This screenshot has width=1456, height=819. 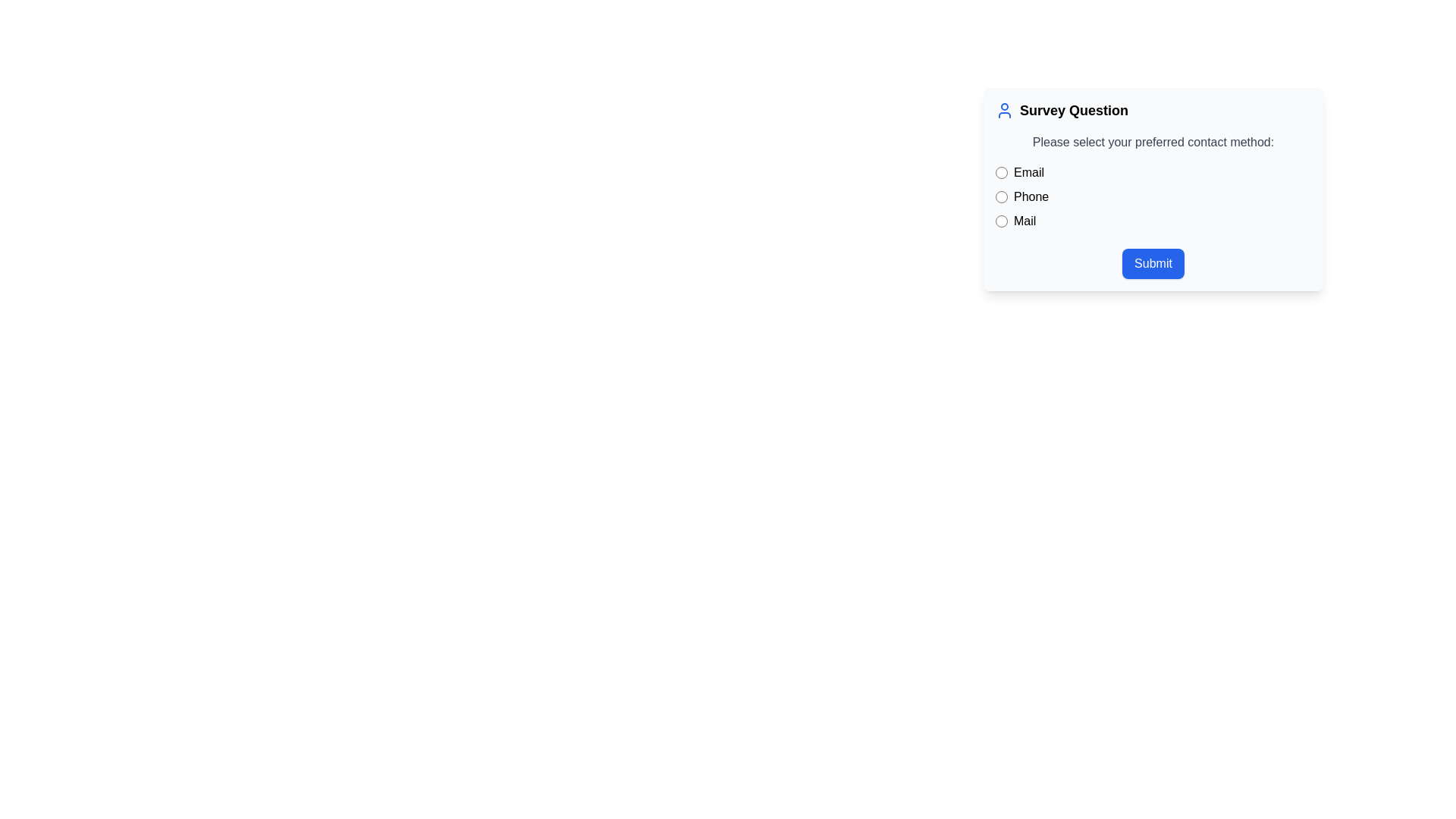 What do you see at coordinates (1001, 196) in the screenshot?
I see `the blue-themed circular radio button next to the label 'Phone'` at bounding box center [1001, 196].